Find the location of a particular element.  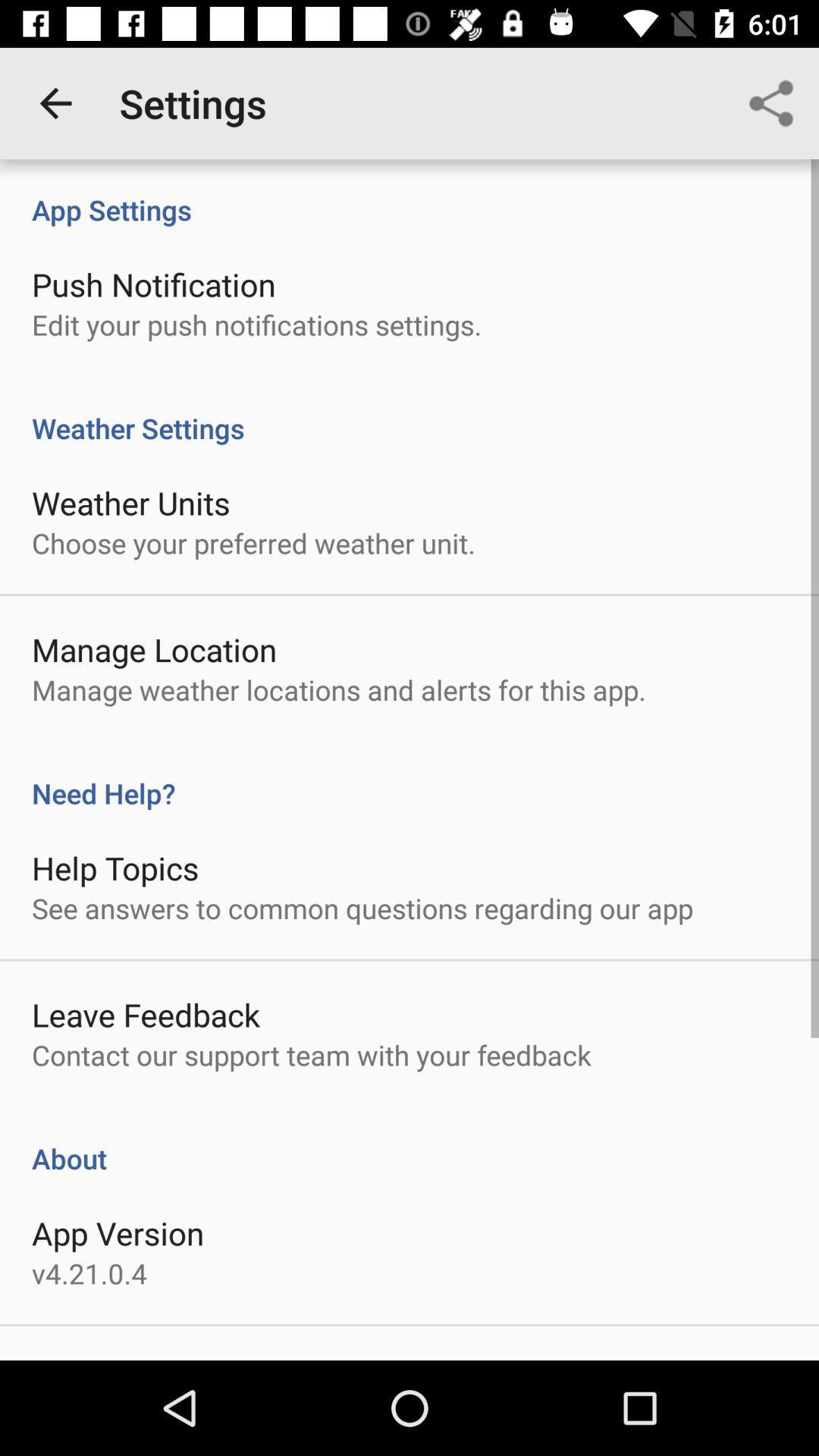

the choose your preferred item is located at coordinates (253, 543).